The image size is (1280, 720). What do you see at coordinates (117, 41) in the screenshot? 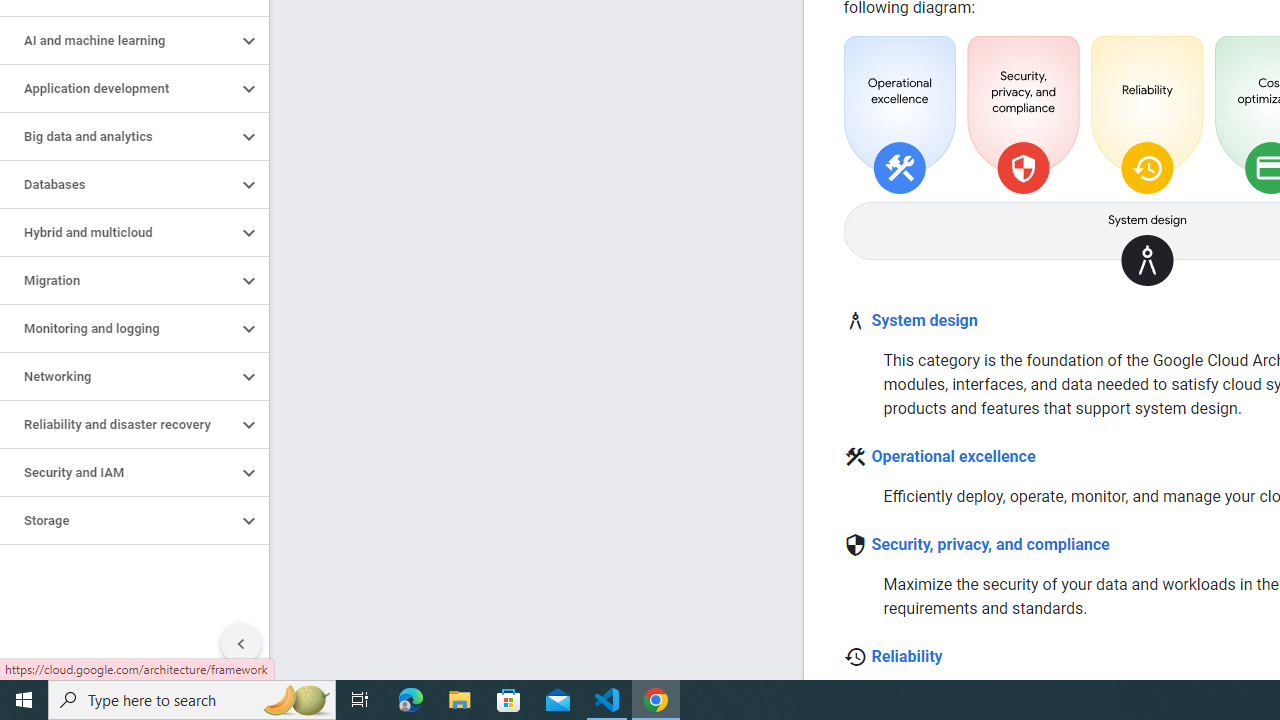
I see `'AI and machine learning'` at bounding box center [117, 41].